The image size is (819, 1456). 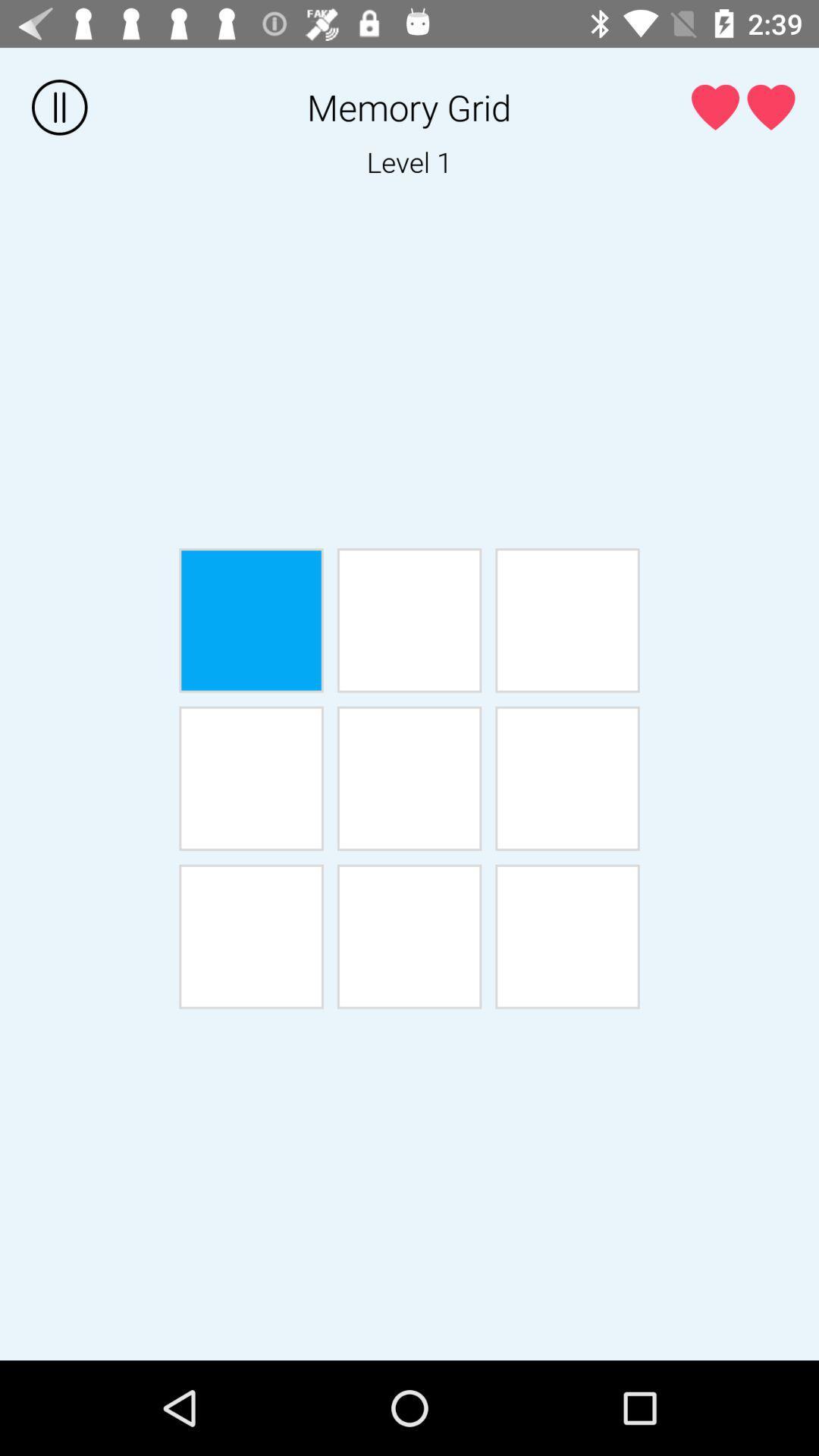 What do you see at coordinates (567, 620) in the screenshot?
I see `square` at bounding box center [567, 620].